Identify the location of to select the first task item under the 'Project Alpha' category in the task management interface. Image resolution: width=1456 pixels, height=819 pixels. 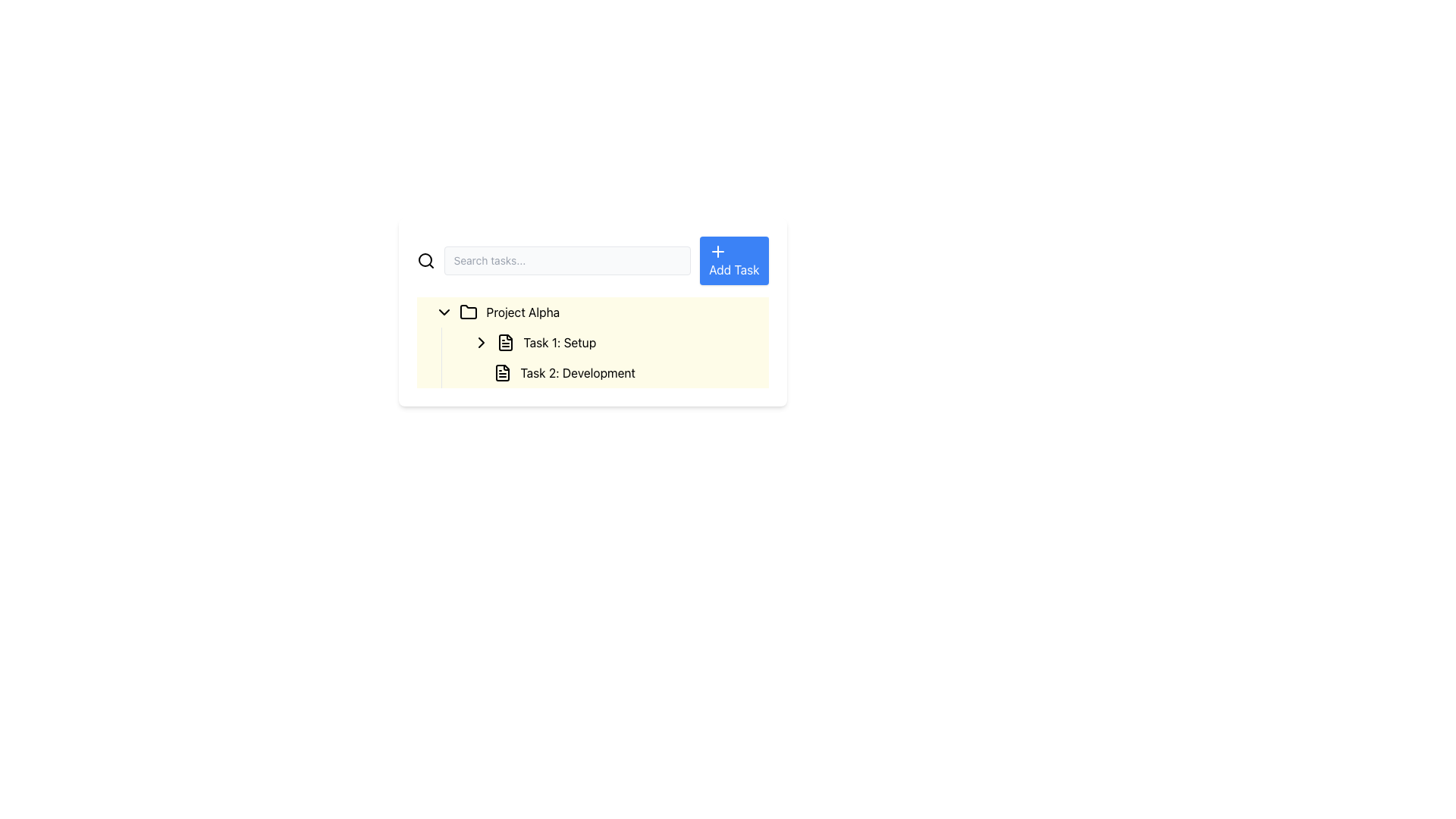
(591, 342).